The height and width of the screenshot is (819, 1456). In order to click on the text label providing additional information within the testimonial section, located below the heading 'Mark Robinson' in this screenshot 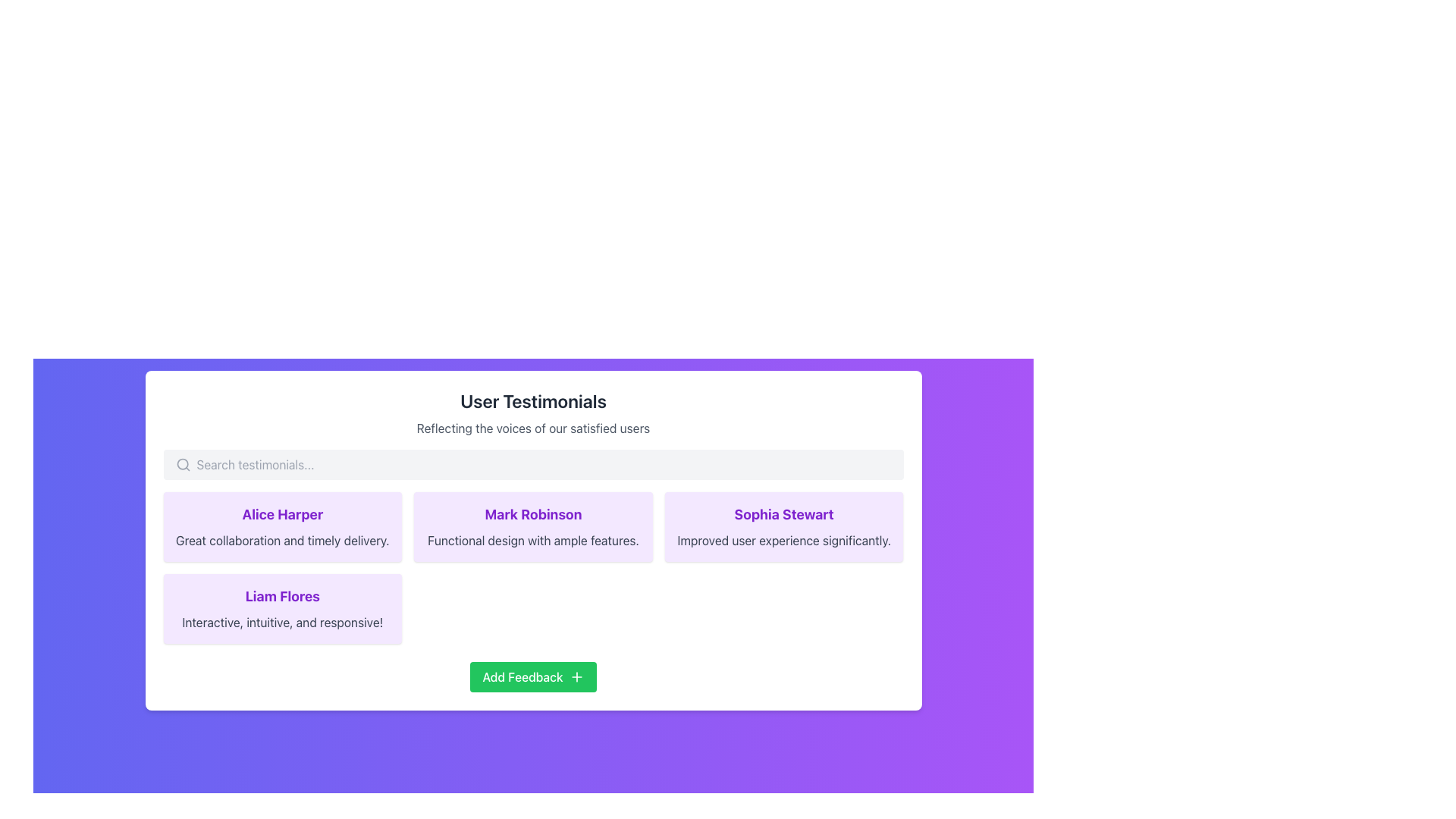, I will do `click(533, 540)`.